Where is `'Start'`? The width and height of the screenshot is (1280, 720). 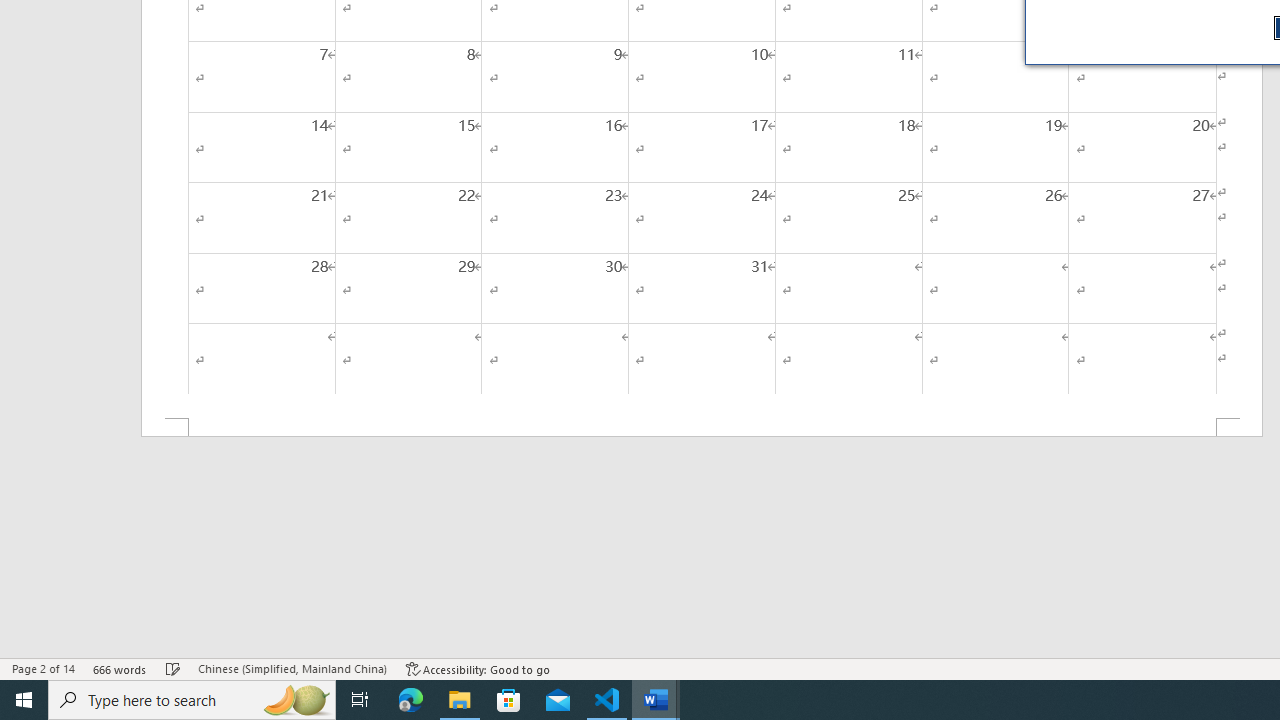
'Start' is located at coordinates (24, 698).